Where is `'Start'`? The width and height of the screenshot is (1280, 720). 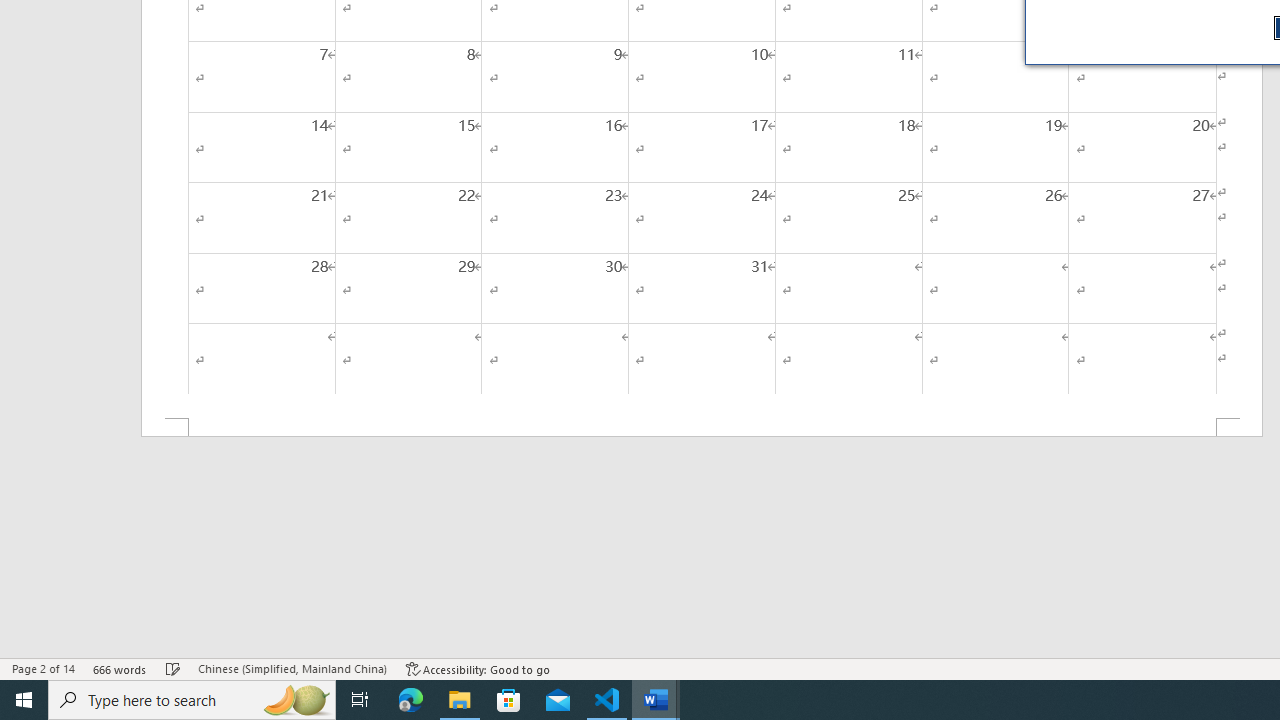
'Start' is located at coordinates (24, 698).